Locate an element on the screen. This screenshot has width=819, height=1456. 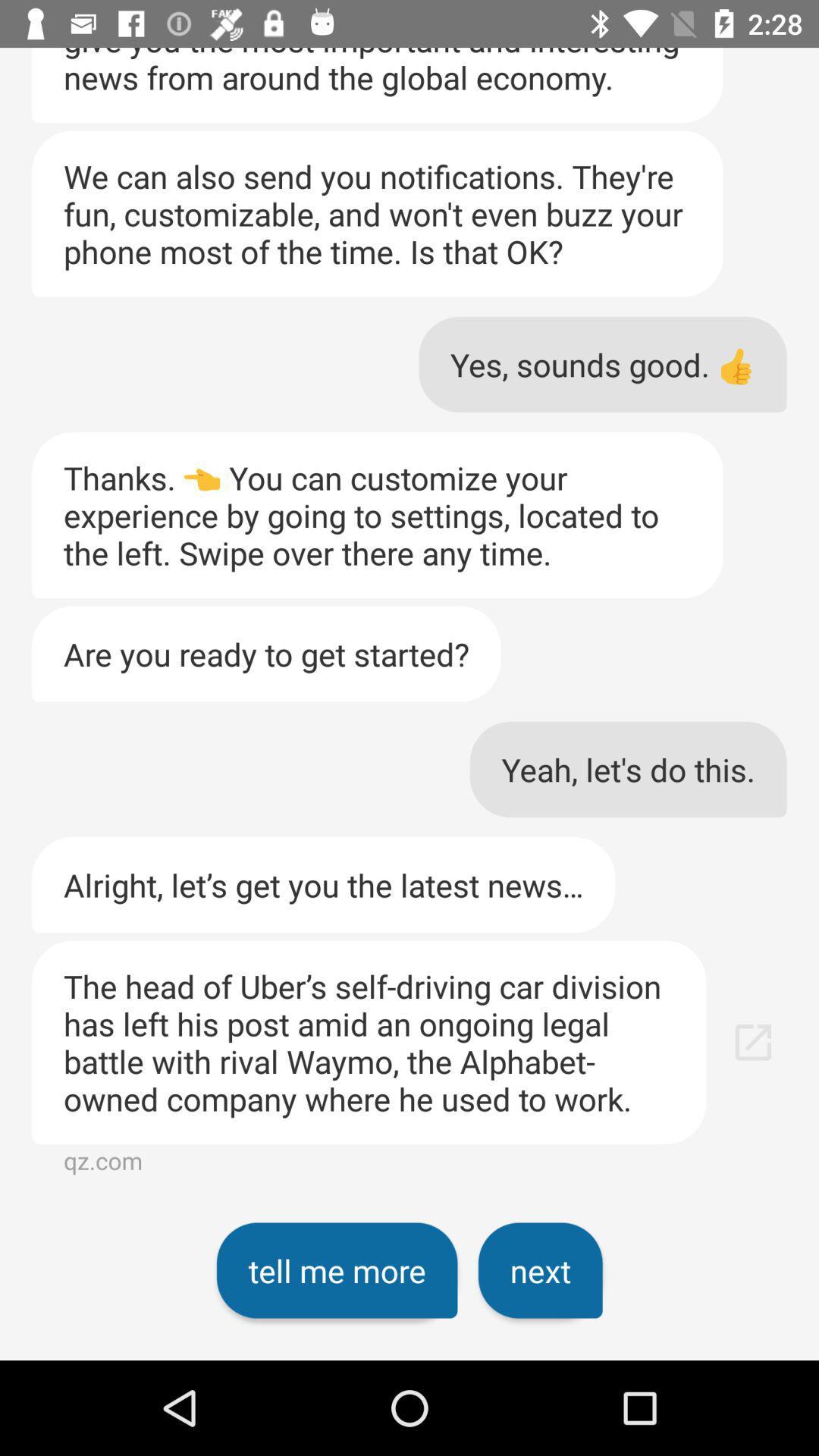
tell me more icon is located at coordinates (336, 1270).